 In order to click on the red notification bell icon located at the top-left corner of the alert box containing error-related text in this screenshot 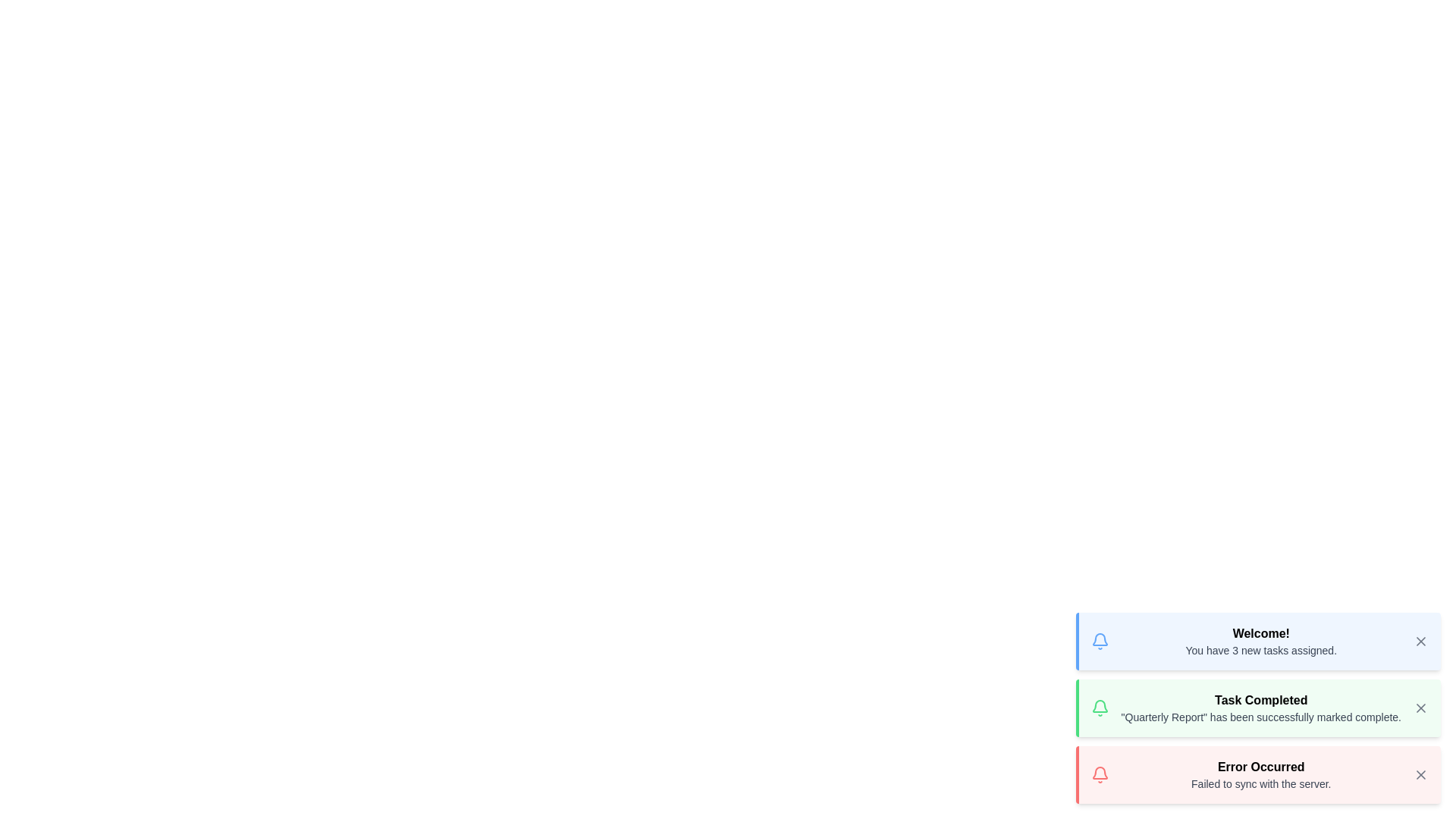, I will do `click(1100, 775)`.